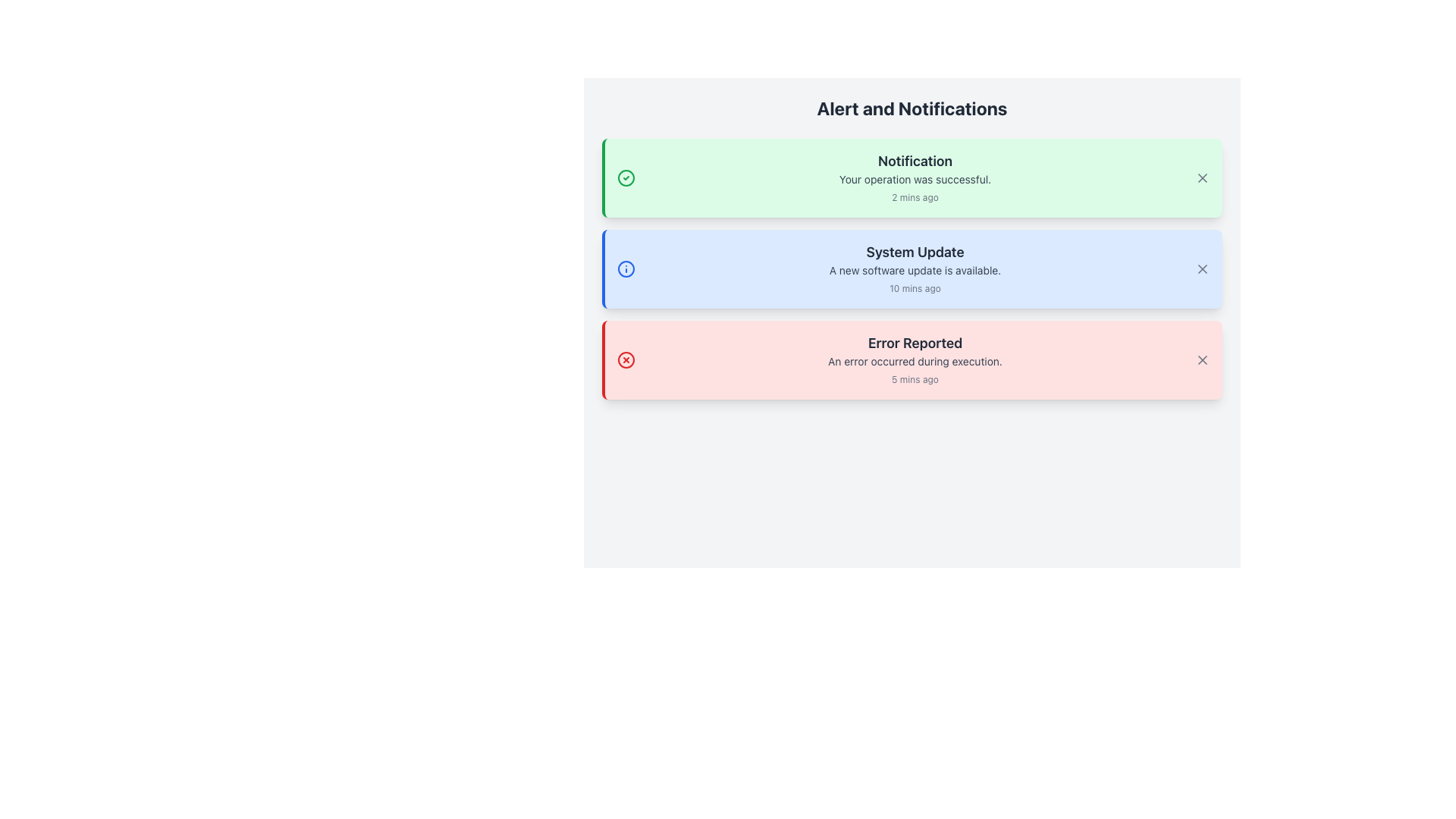  Describe the element at coordinates (626, 177) in the screenshot. I see `the circular outline icon with a green stroke, which is located within the green-highlighted notification box and is the first icon in the list of notifications` at that location.